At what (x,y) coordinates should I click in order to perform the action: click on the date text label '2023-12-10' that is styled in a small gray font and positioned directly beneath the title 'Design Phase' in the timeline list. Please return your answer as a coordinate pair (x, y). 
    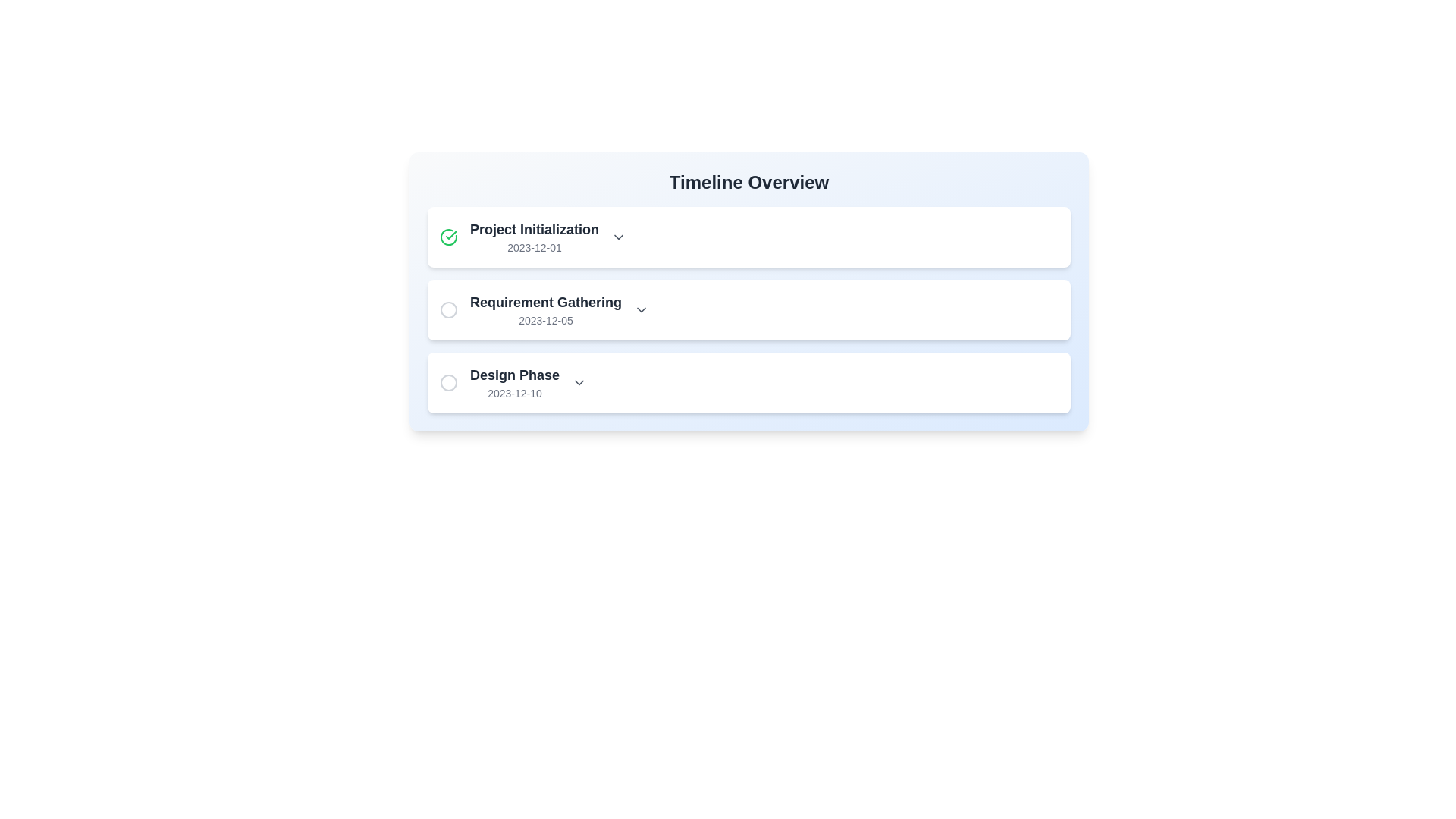
    Looking at the image, I should click on (515, 393).